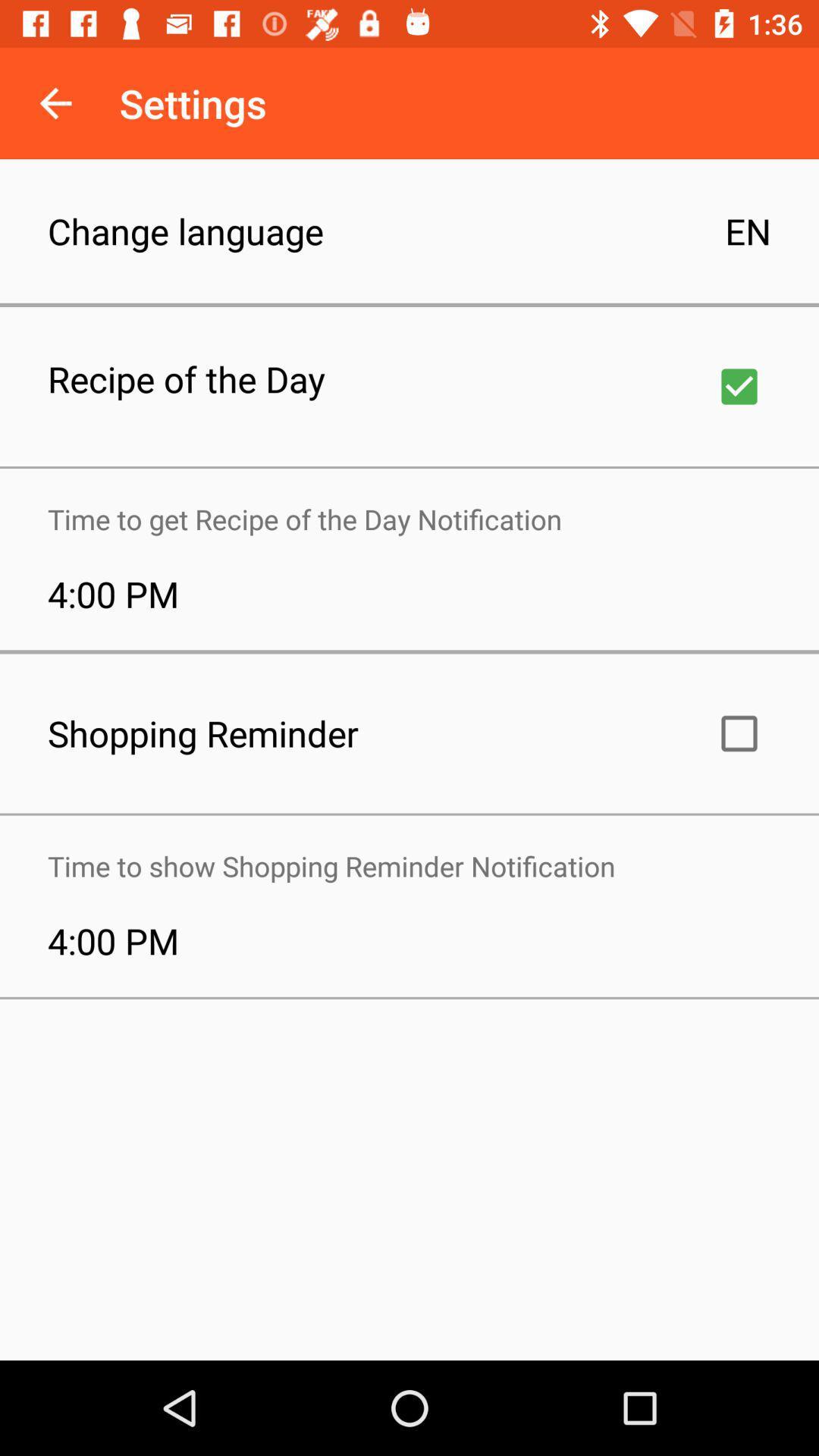  I want to click on item above the change language item, so click(55, 102).